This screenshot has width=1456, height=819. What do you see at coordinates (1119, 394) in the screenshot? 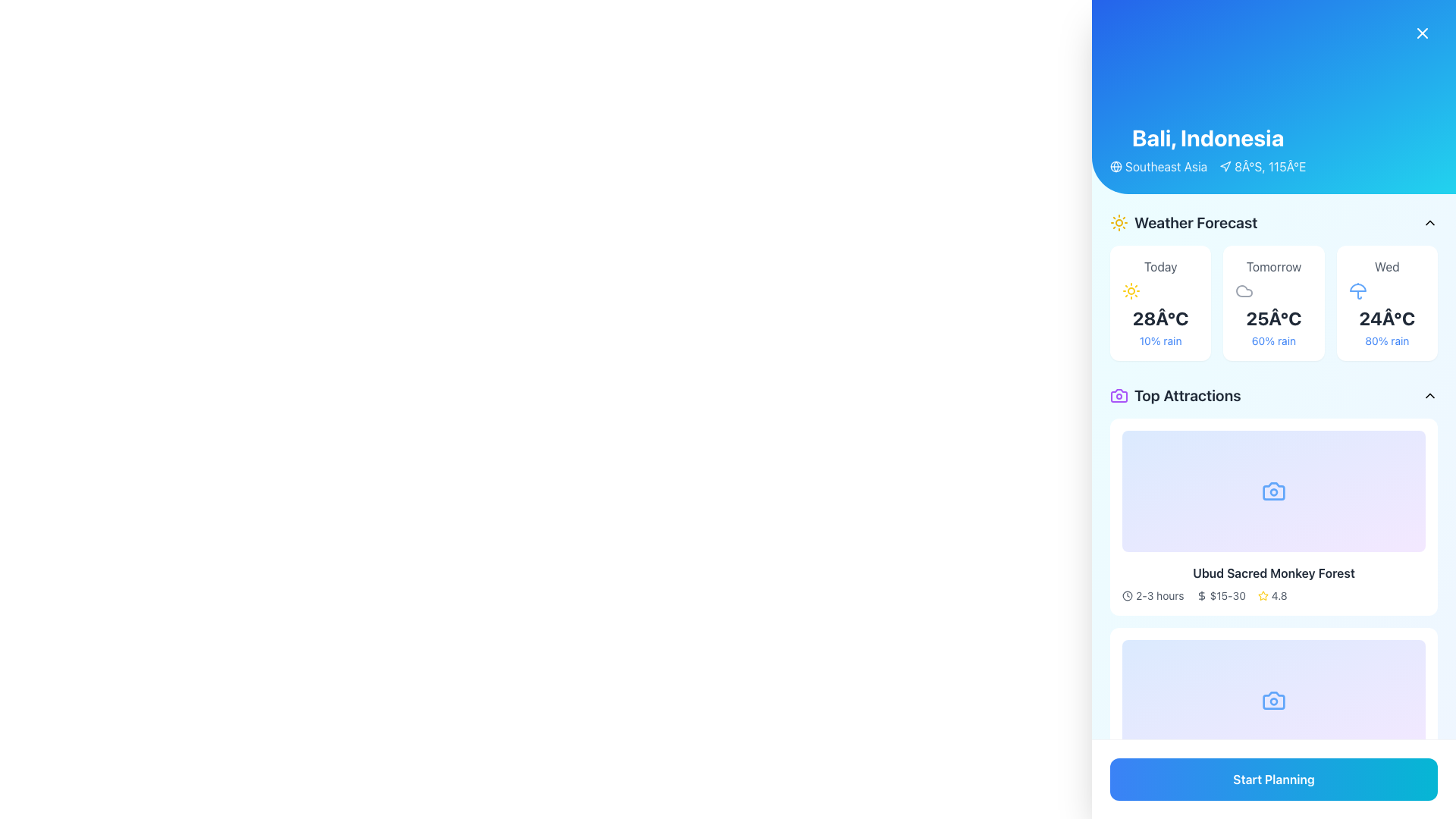
I see `the graphical icon located at the top-left corner of the 'Top Attractions' section, adjacent to its text heading` at bounding box center [1119, 394].